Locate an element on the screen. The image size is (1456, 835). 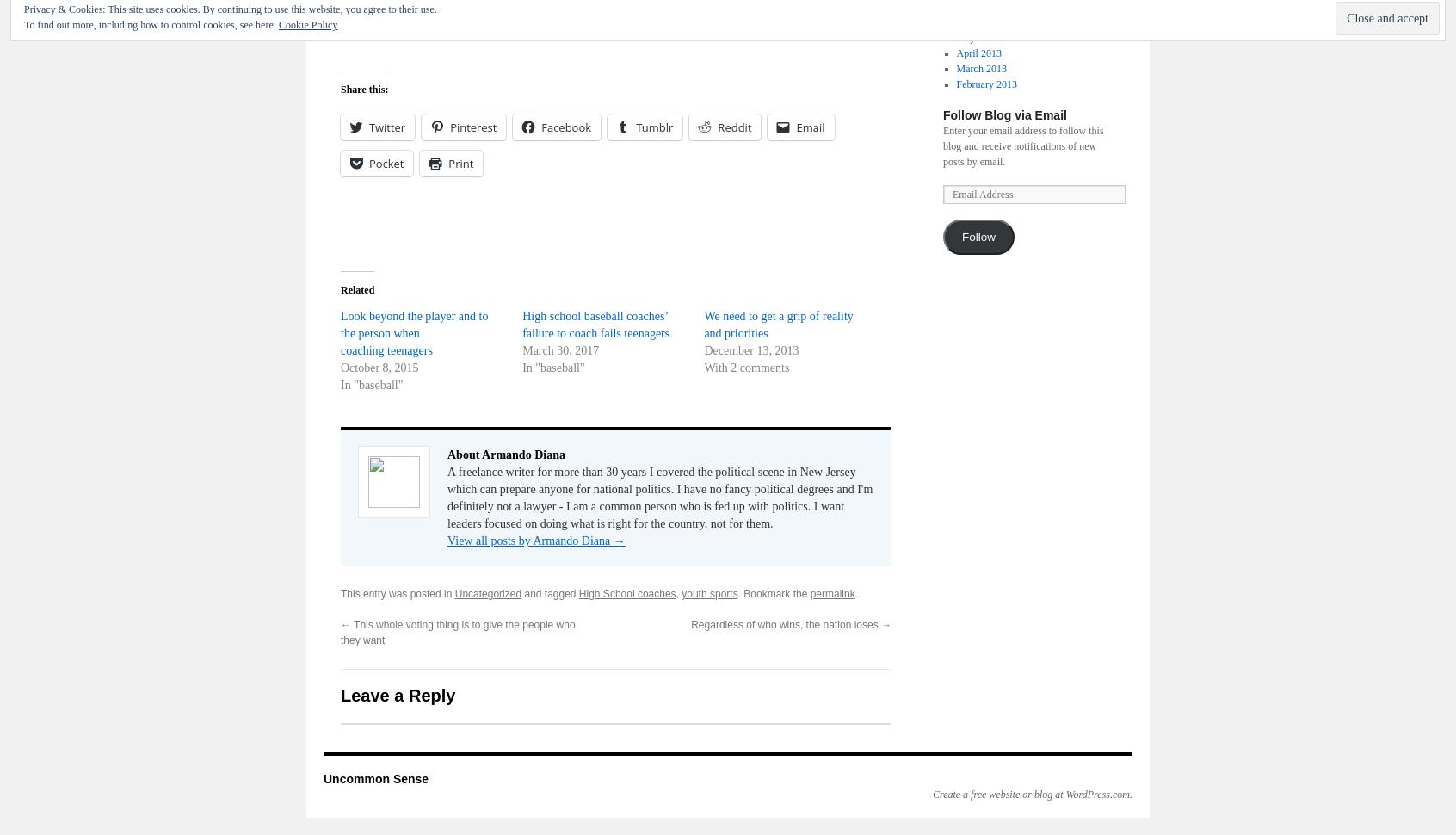
'Leave a Reply' is located at coordinates (397, 696).